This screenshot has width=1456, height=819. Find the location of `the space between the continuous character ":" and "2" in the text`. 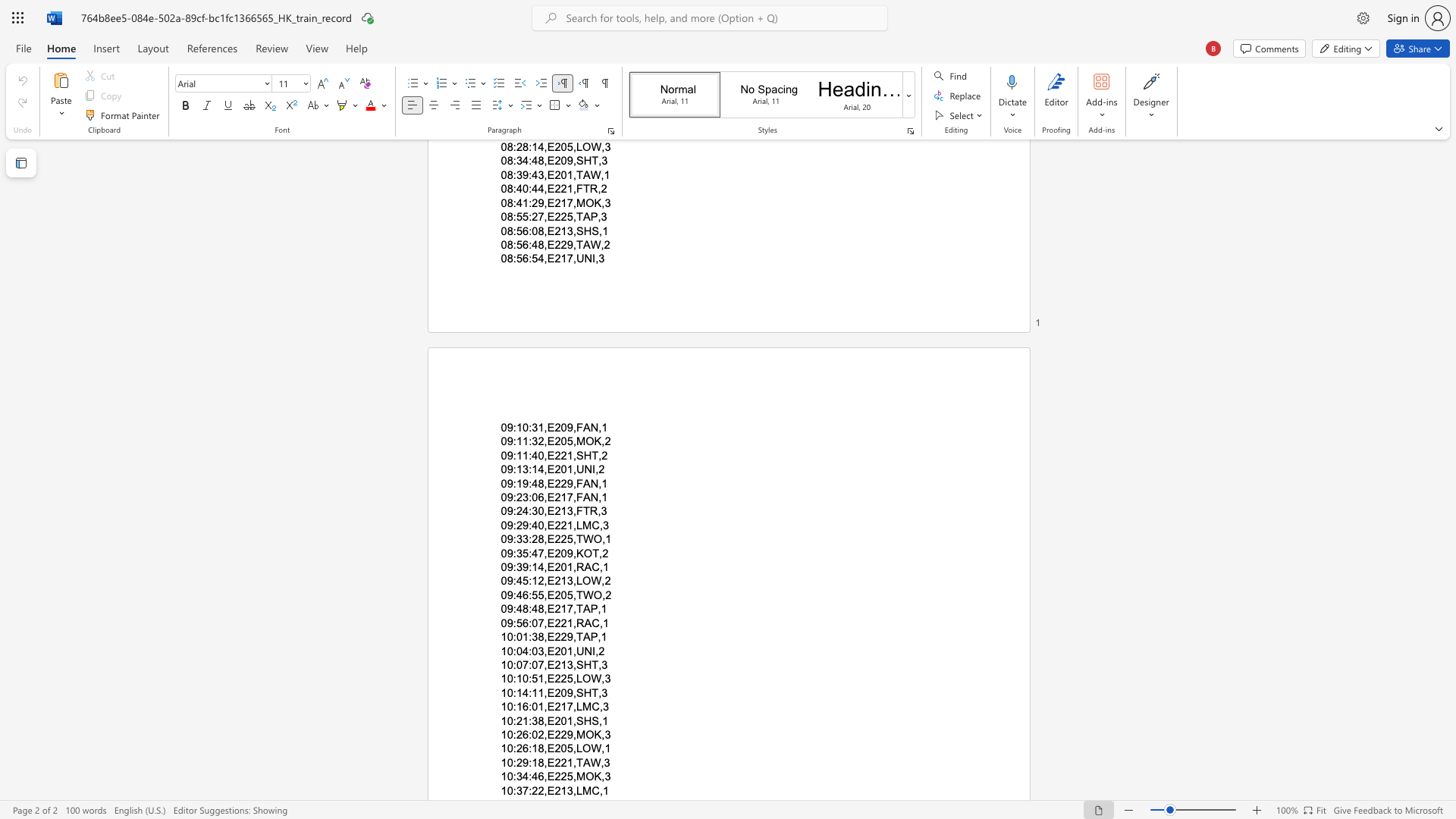

the space between the continuous character ":" and "2" in the text is located at coordinates (516, 733).